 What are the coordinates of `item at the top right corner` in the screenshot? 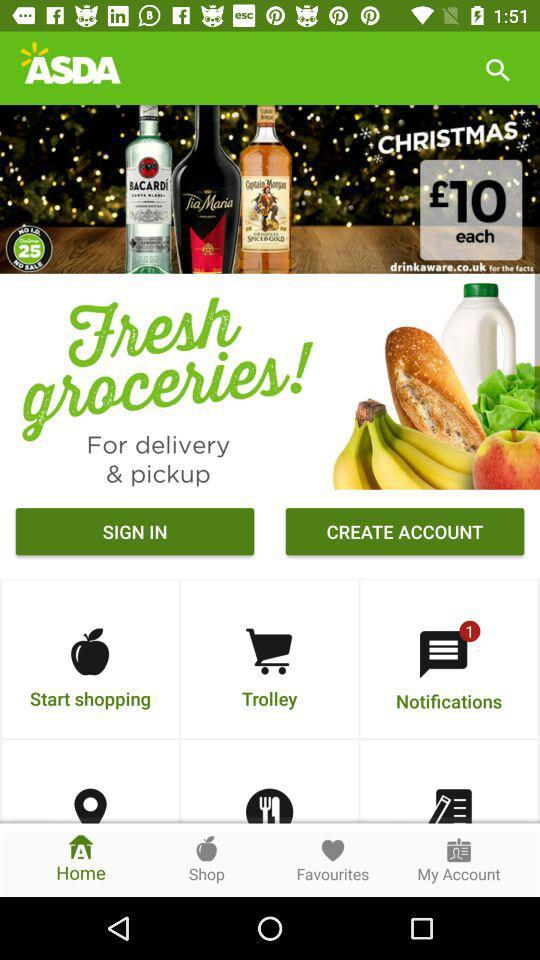 It's located at (496, 68).